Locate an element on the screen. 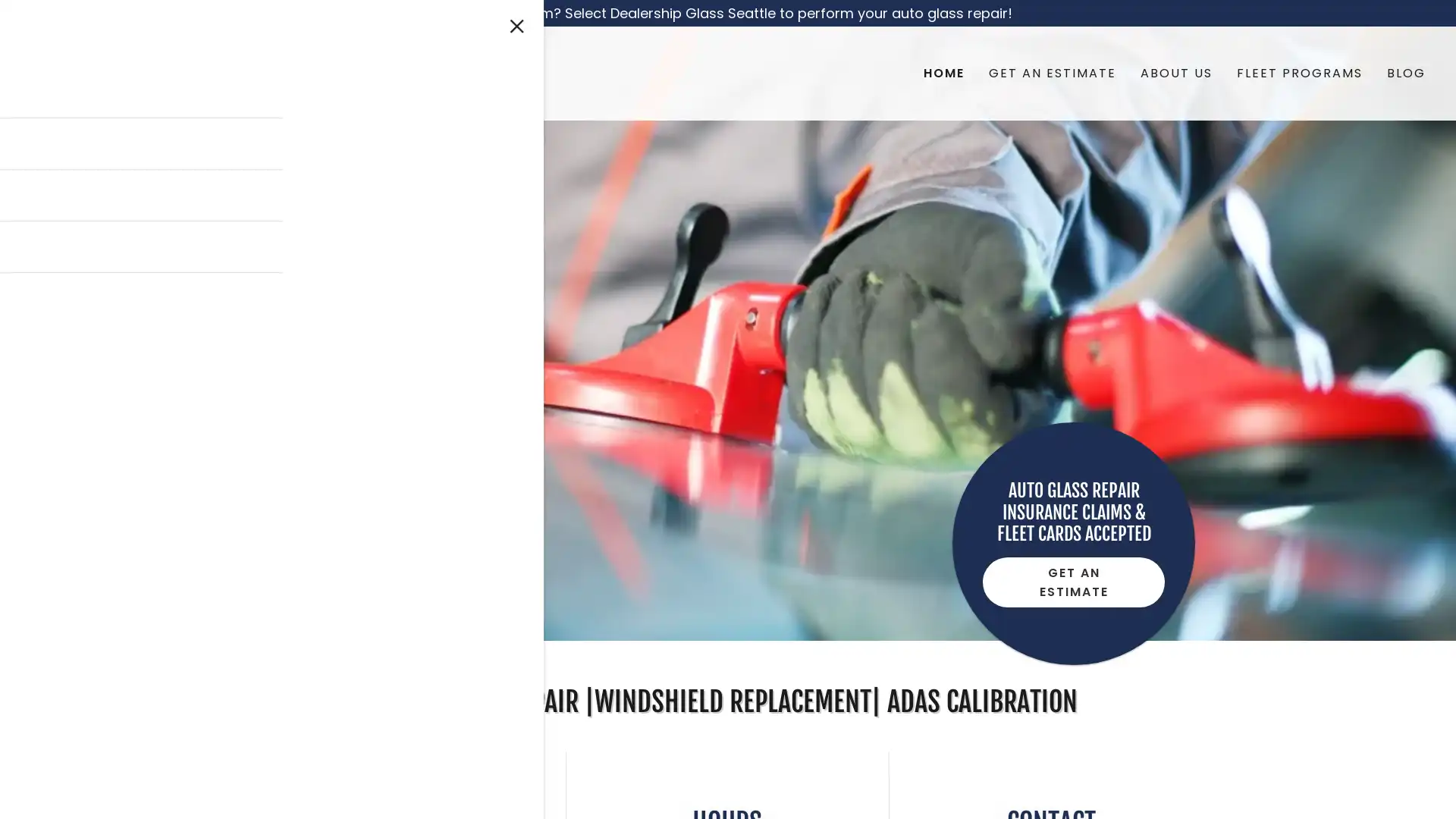  Chat widget toggle is located at coordinates (1416, 780).